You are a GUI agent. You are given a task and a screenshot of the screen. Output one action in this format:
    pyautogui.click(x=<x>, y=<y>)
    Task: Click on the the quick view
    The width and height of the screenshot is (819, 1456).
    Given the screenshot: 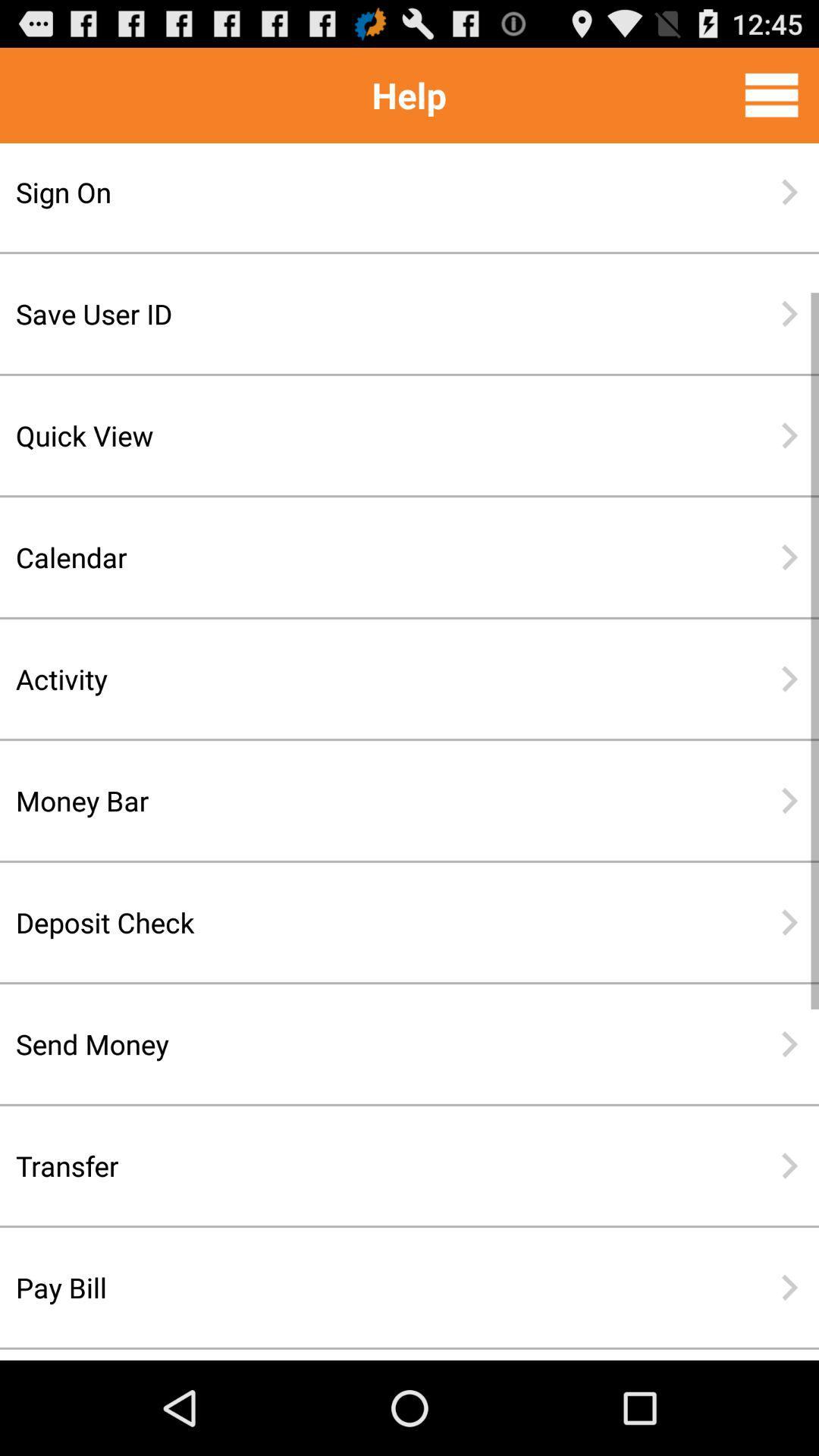 What is the action you would take?
    pyautogui.click(x=360, y=435)
    